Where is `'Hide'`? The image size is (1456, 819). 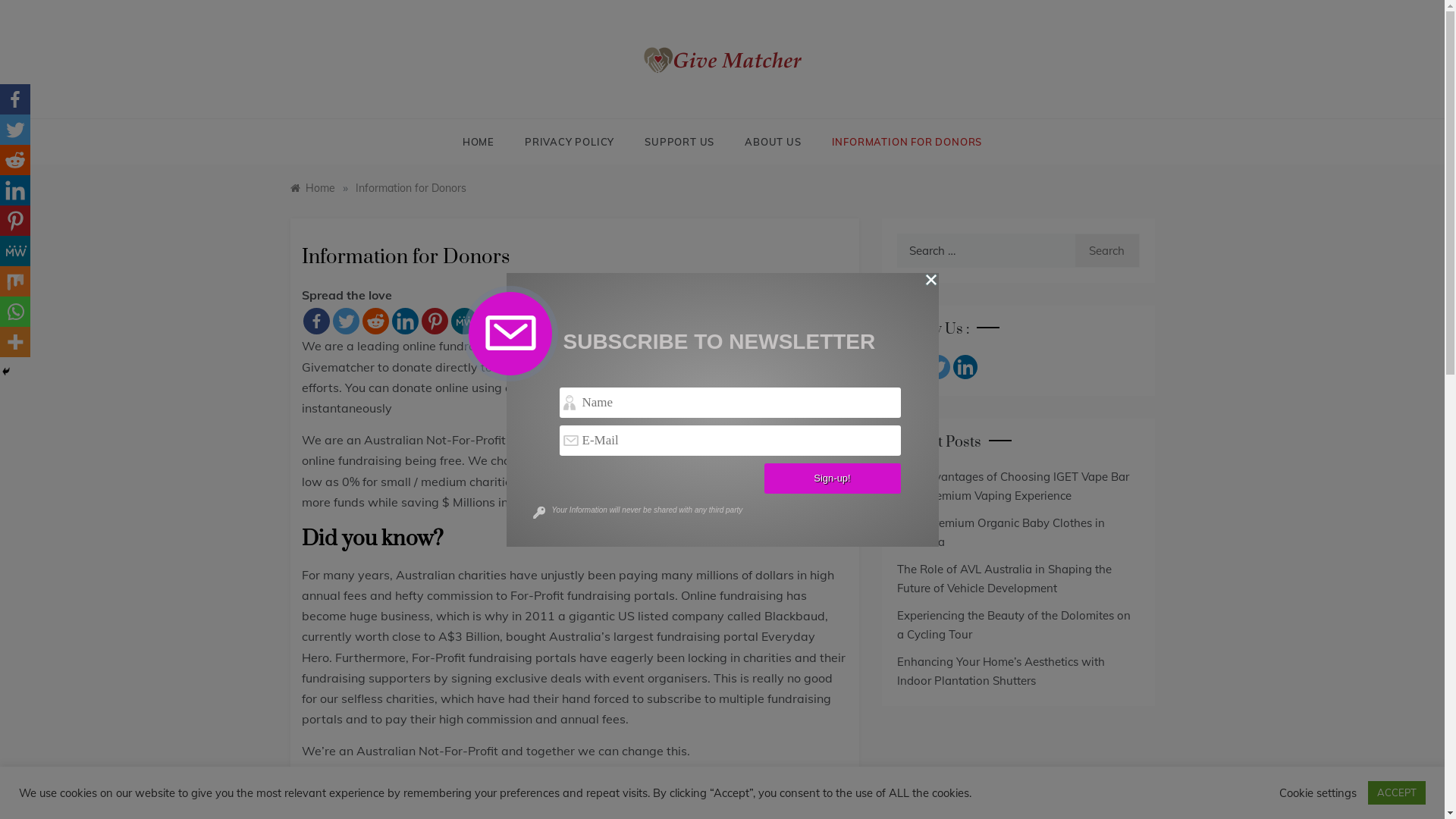
'Hide' is located at coordinates (6, 371).